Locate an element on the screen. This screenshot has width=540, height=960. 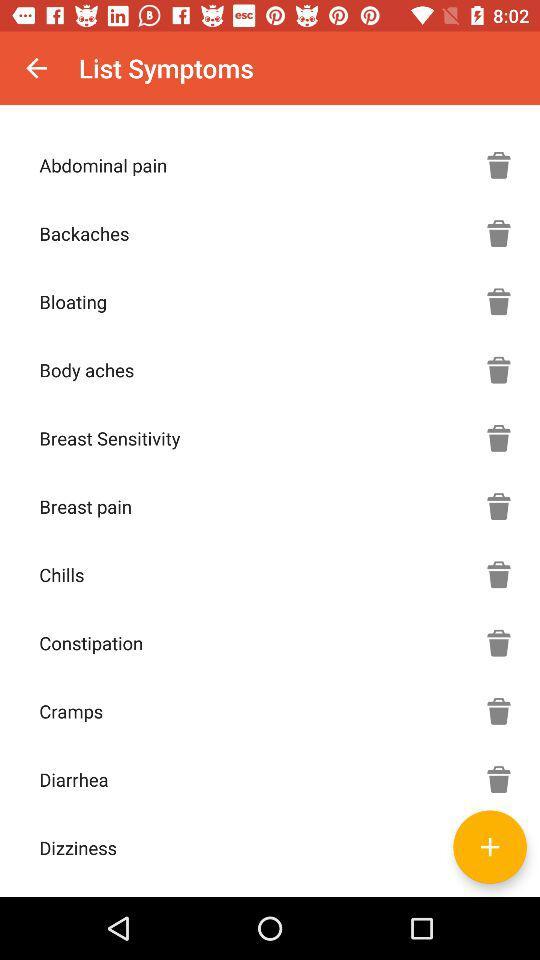
delete selected symptom is located at coordinates (498, 778).